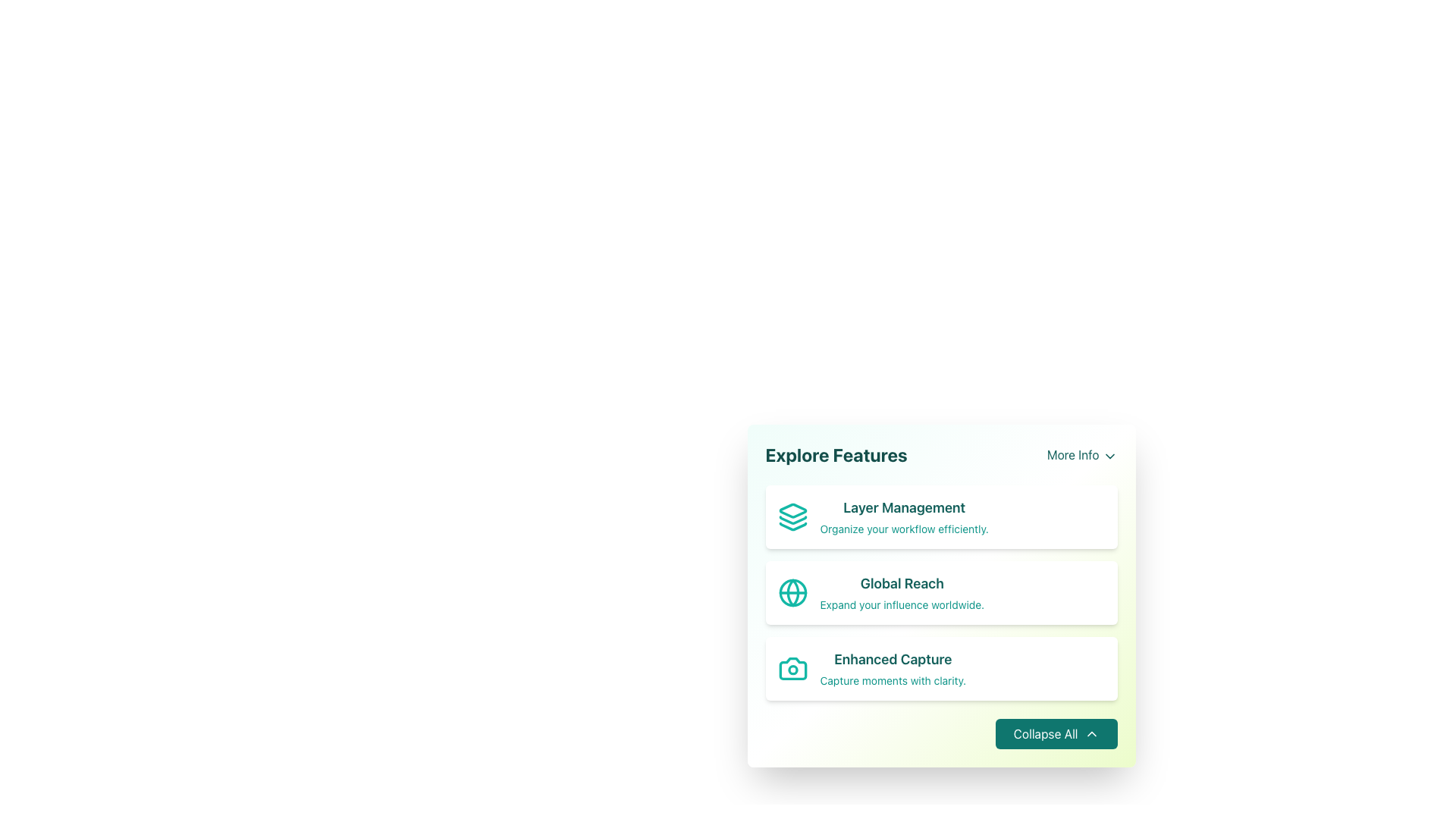 The image size is (1456, 819). What do you see at coordinates (904, 508) in the screenshot?
I see `title text for the feature 'Layer Management' located at the top of the 'Explore Features' card, above the description 'Organize your workflow efficiently.'` at bounding box center [904, 508].